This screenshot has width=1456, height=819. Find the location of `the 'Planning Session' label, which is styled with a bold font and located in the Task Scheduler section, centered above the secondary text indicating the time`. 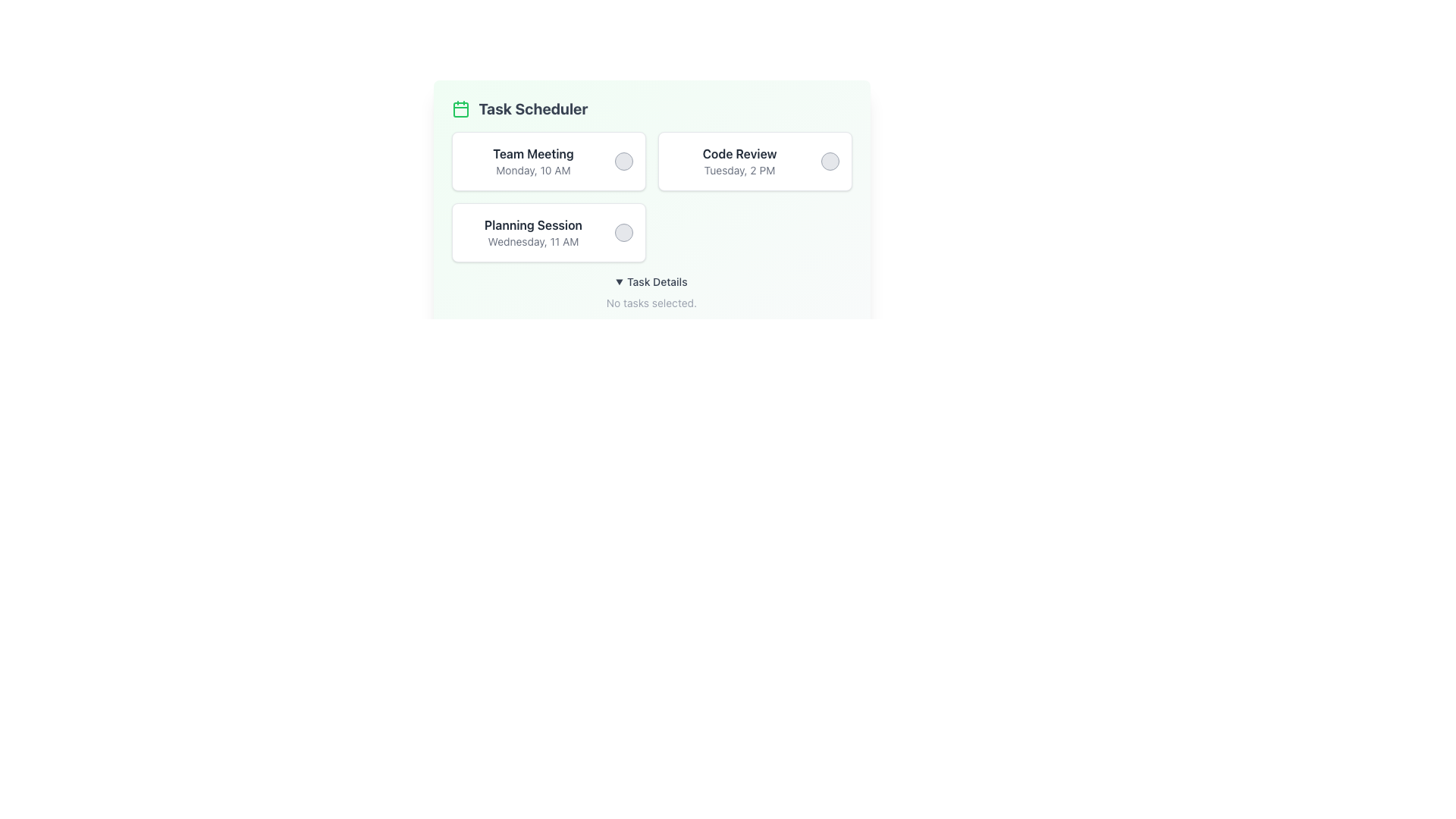

the 'Planning Session' label, which is styled with a bold font and located in the Task Scheduler section, centered above the secondary text indicating the time is located at coordinates (533, 225).